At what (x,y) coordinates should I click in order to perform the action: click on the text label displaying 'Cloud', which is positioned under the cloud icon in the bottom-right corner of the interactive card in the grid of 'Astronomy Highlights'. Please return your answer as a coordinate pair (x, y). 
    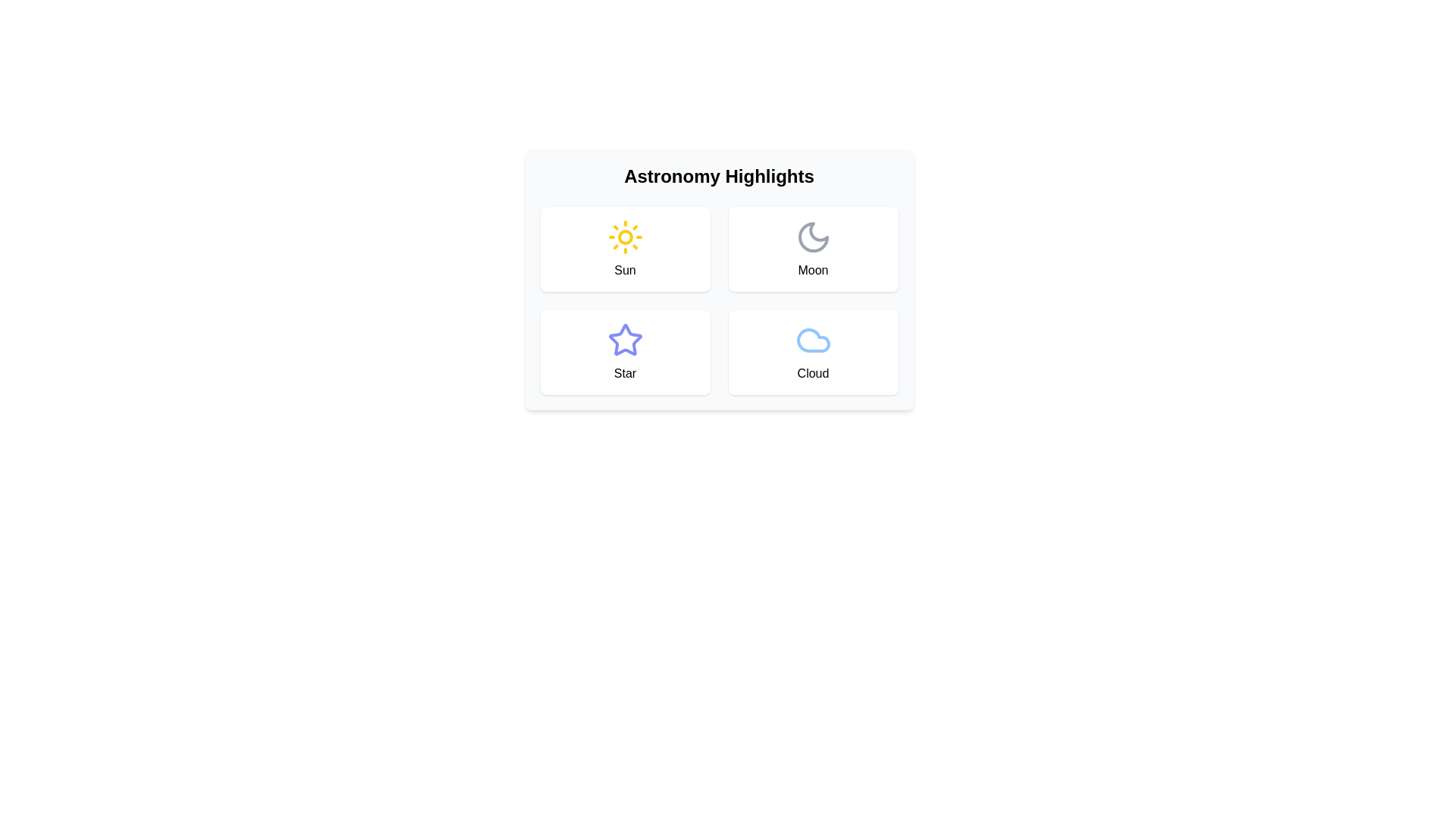
    Looking at the image, I should click on (812, 374).